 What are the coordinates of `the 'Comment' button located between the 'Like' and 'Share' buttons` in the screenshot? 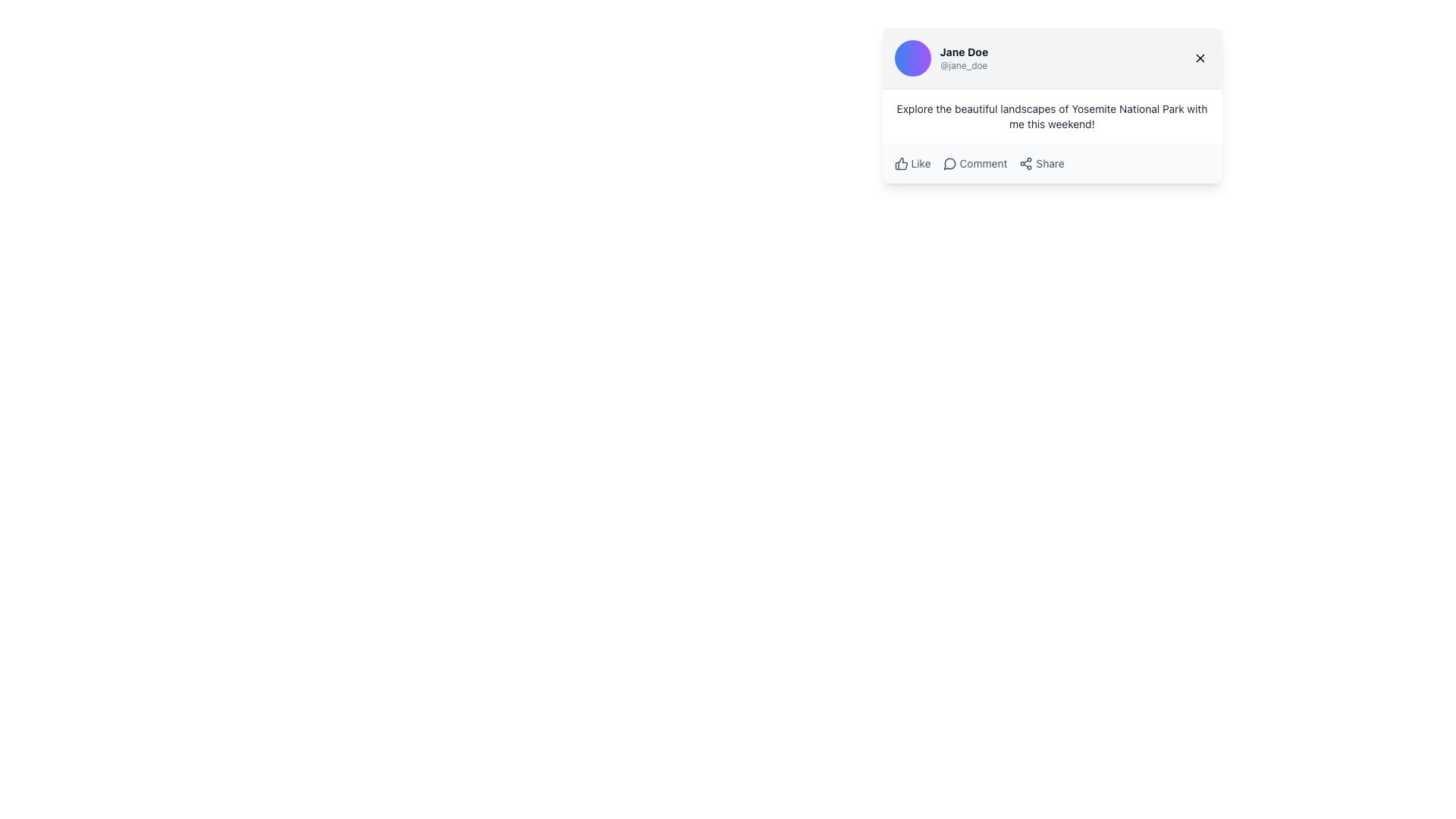 It's located at (975, 164).